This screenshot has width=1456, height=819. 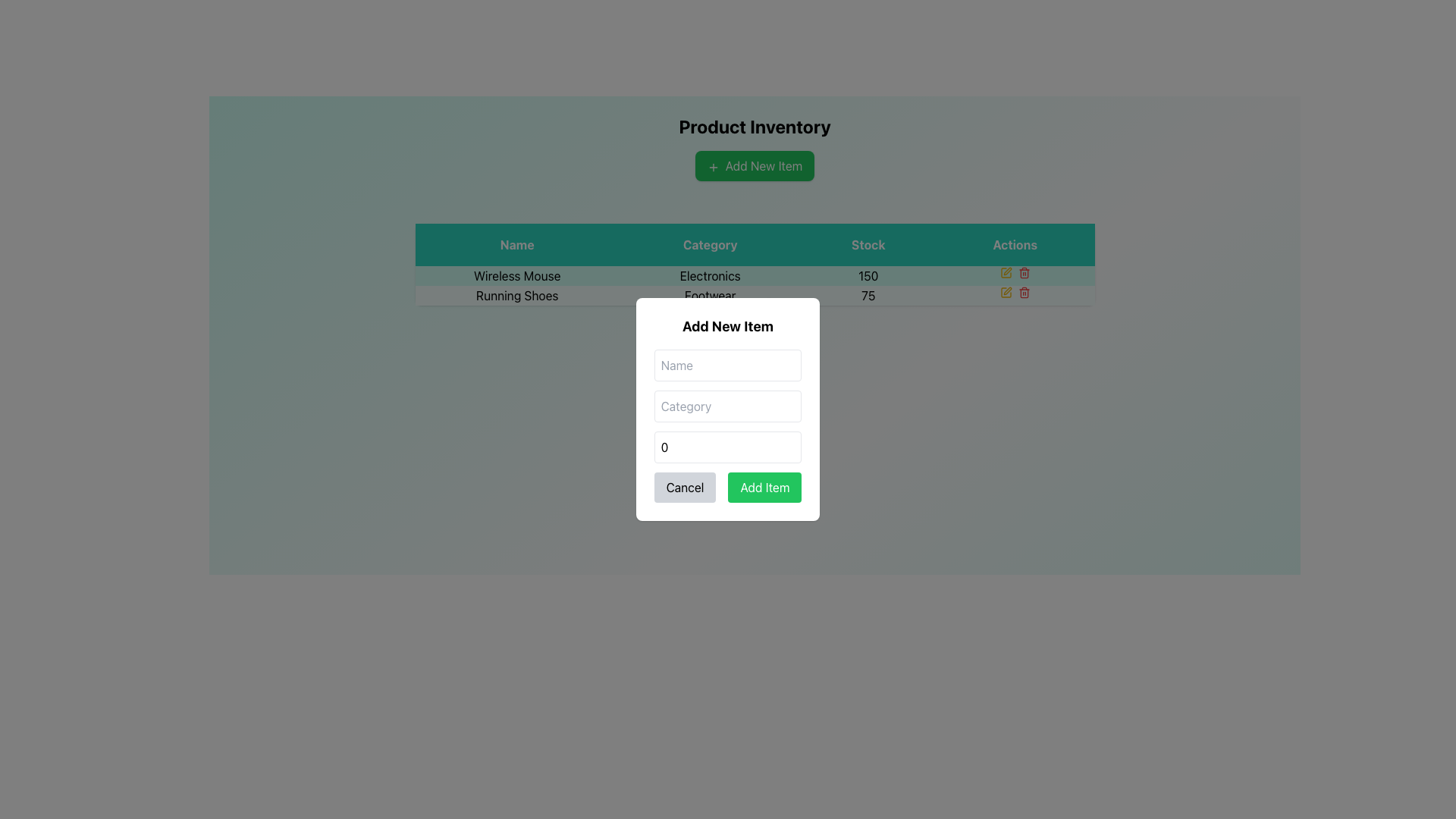 What do you see at coordinates (1015, 244) in the screenshot?
I see `the text label with a green background that displays the word 'Actions', located in the header row of the table` at bounding box center [1015, 244].